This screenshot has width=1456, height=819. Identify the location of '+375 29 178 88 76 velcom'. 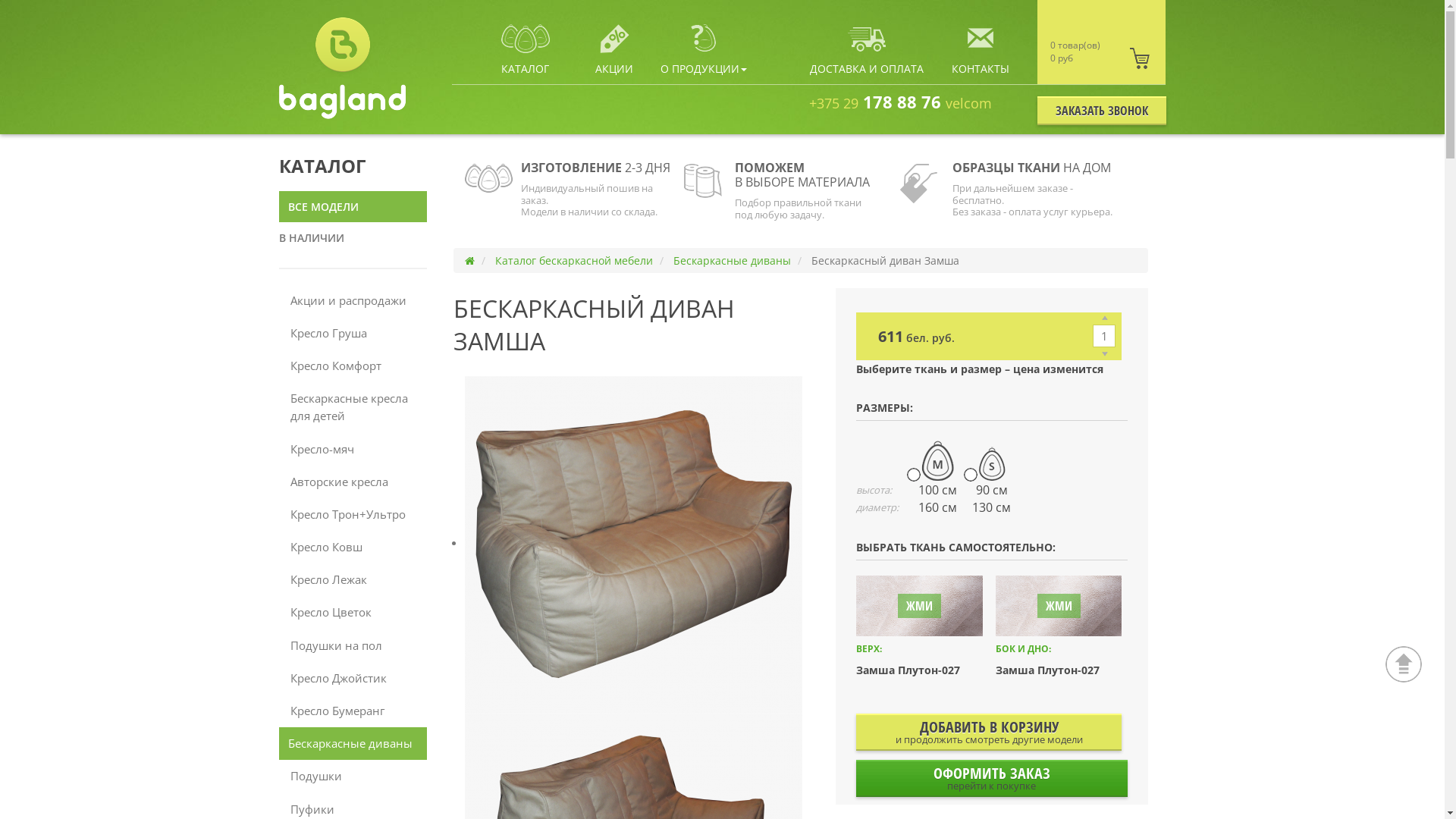
(900, 102).